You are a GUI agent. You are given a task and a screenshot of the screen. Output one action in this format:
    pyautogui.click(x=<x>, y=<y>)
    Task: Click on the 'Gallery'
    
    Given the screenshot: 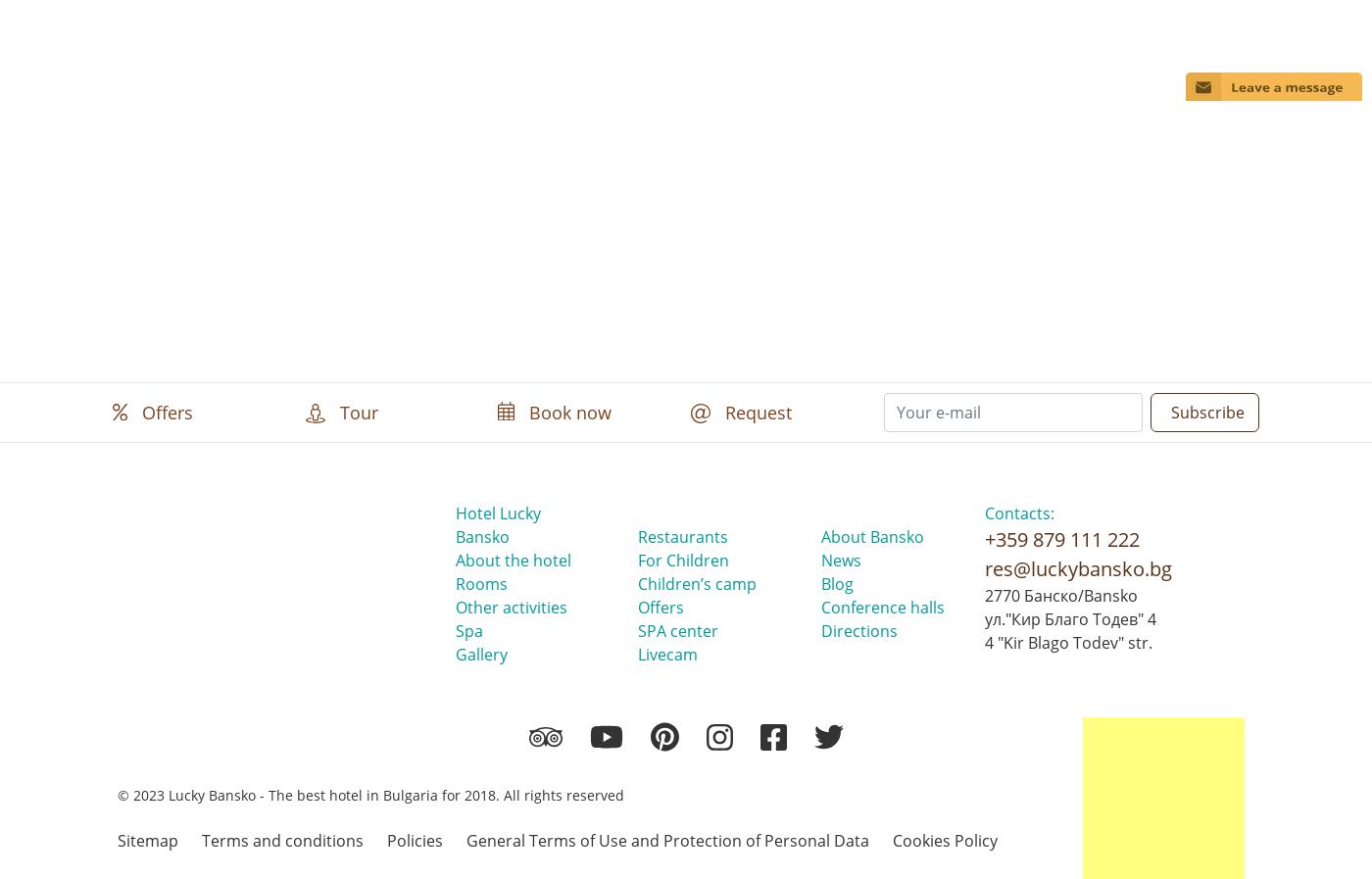 What is the action you would take?
    pyautogui.click(x=481, y=654)
    